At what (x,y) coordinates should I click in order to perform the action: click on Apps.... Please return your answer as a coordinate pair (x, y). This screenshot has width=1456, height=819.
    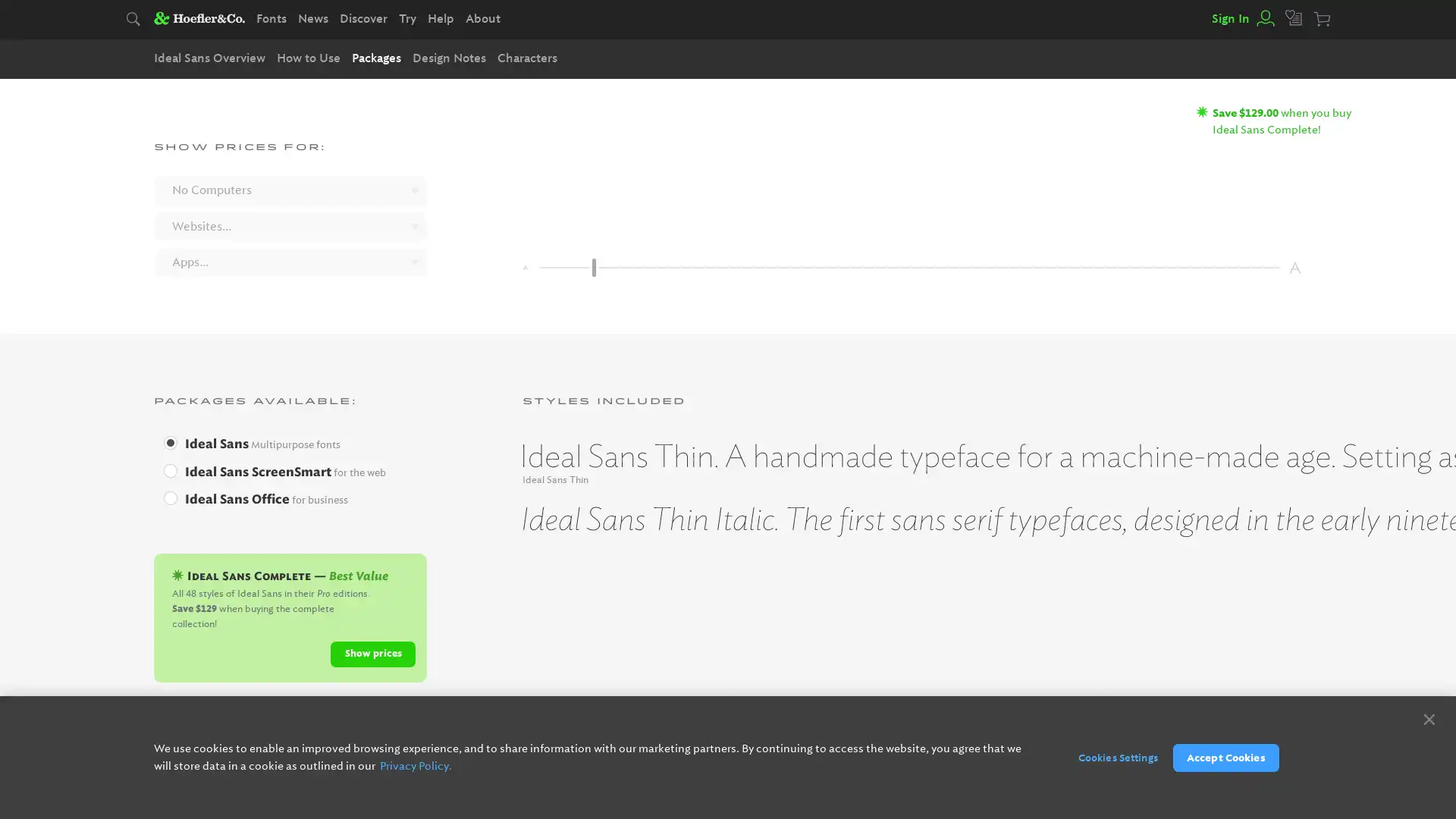
    Looking at the image, I should click on (290, 262).